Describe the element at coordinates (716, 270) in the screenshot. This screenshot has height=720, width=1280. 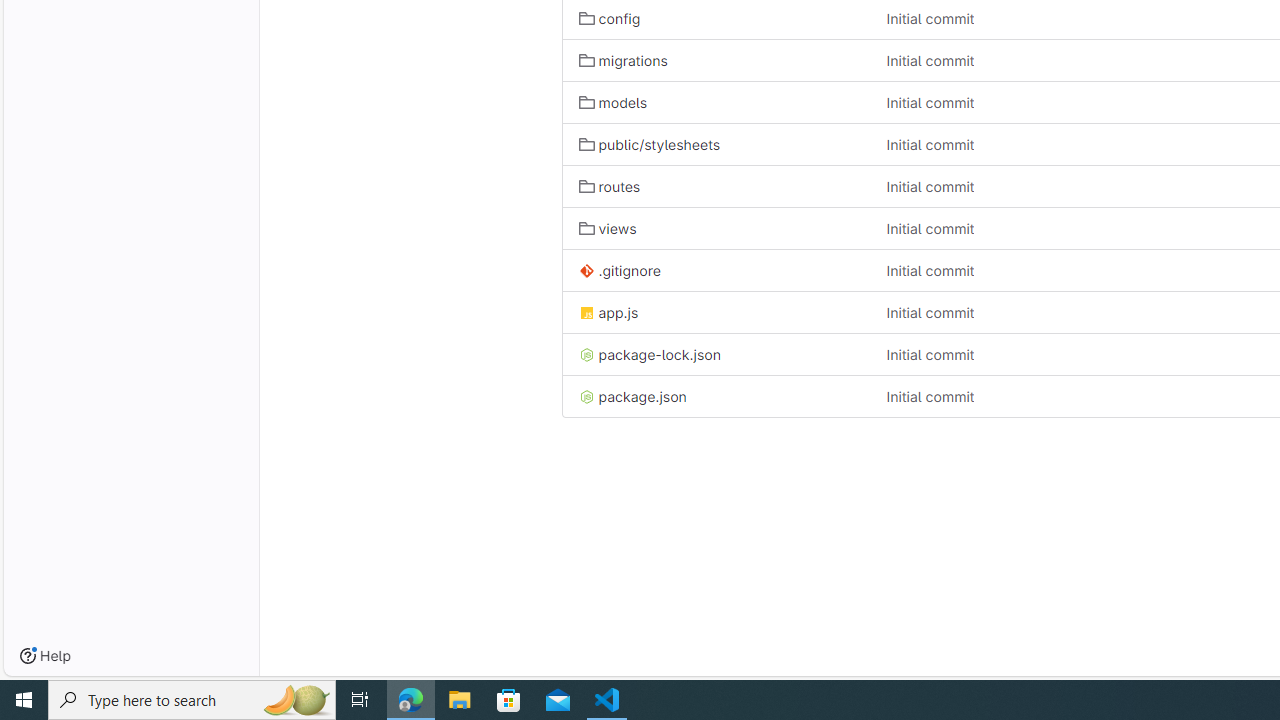
I see `'.gitignore'` at that location.